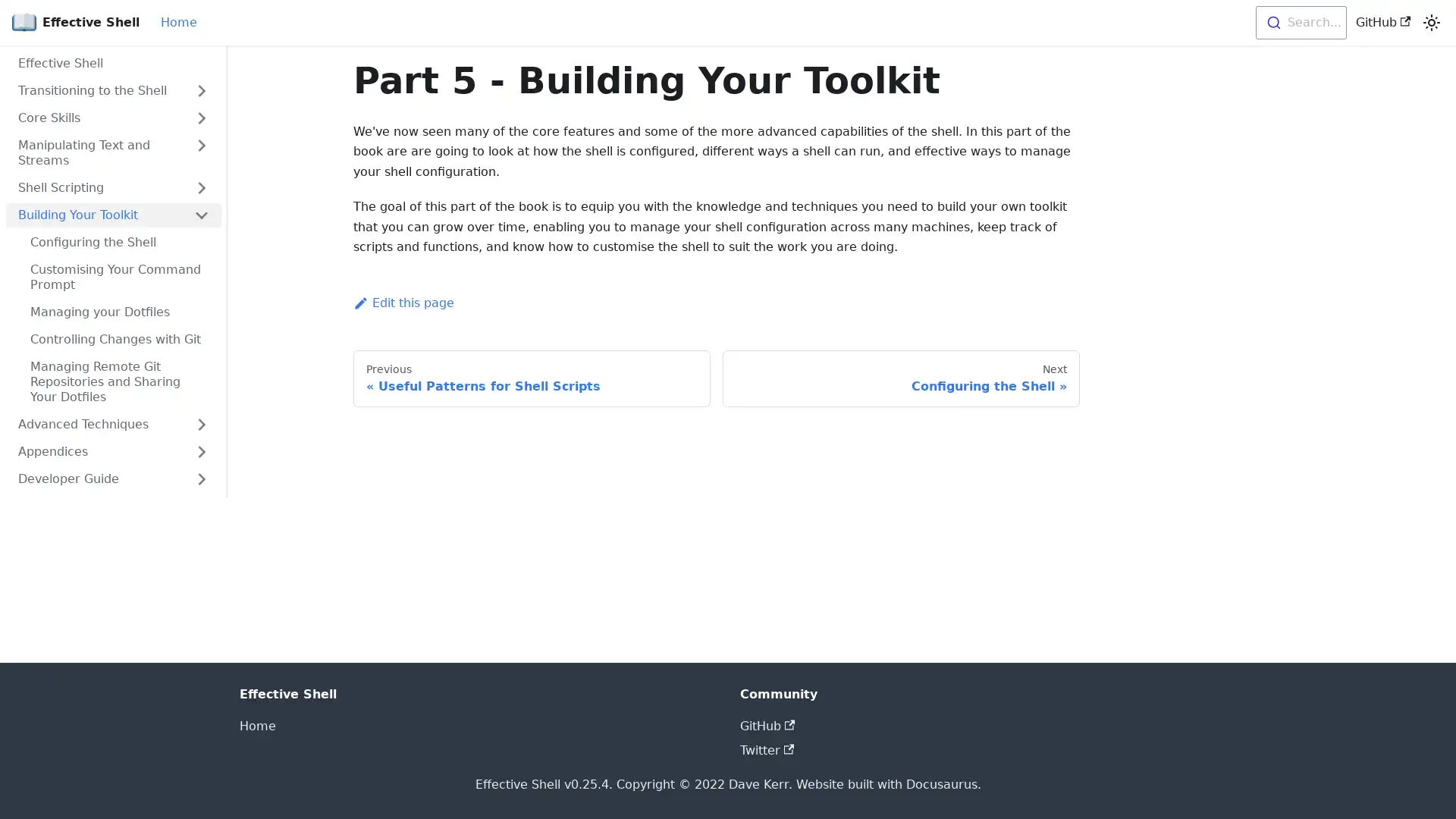  I want to click on Toggle the collapsible sidebar category 'Transitioning to the Shell', so click(200, 90).